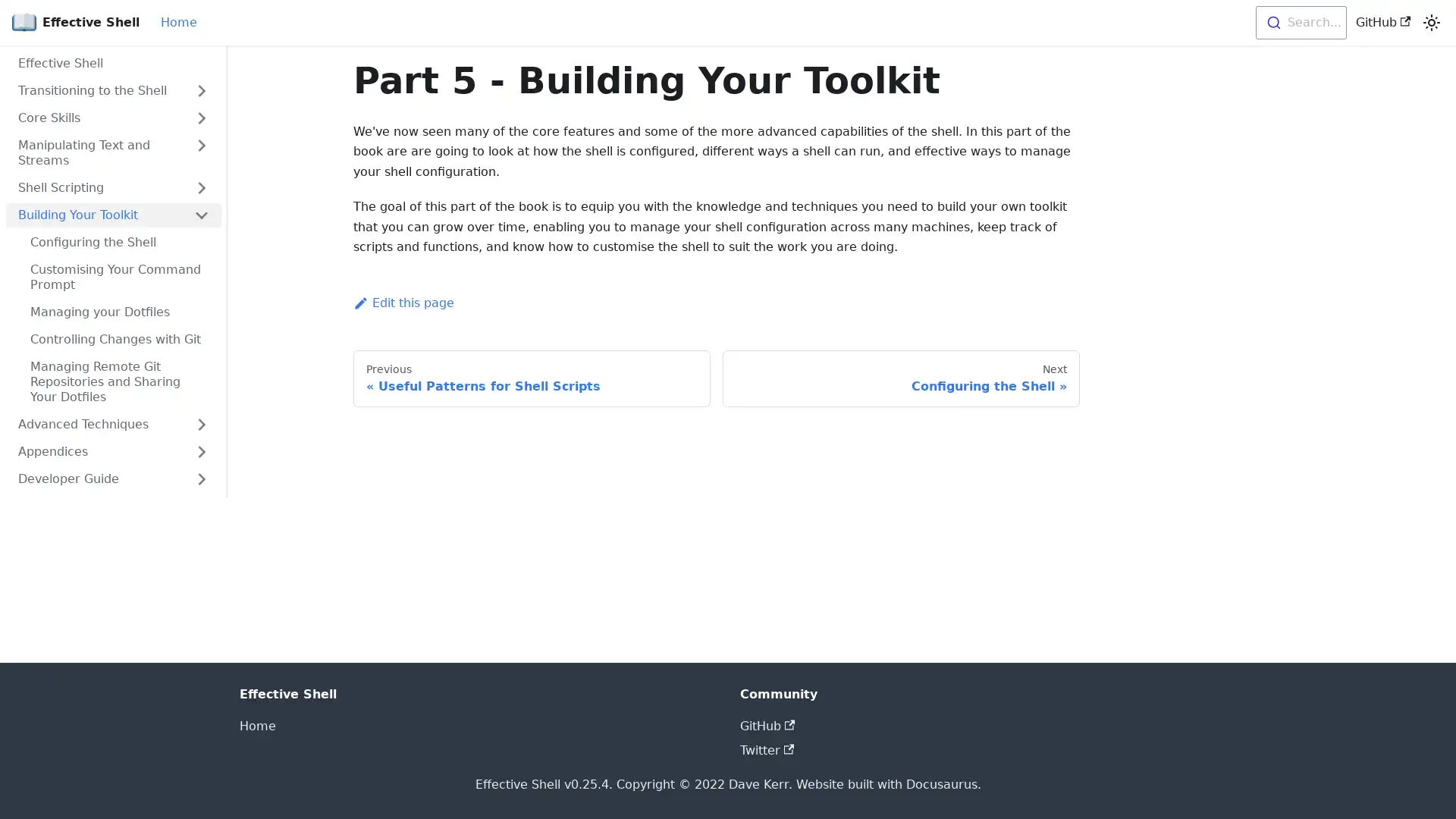  I want to click on Toggle the collapsible sidebar category 'Transitioning to the Shell', so click(200, 90).